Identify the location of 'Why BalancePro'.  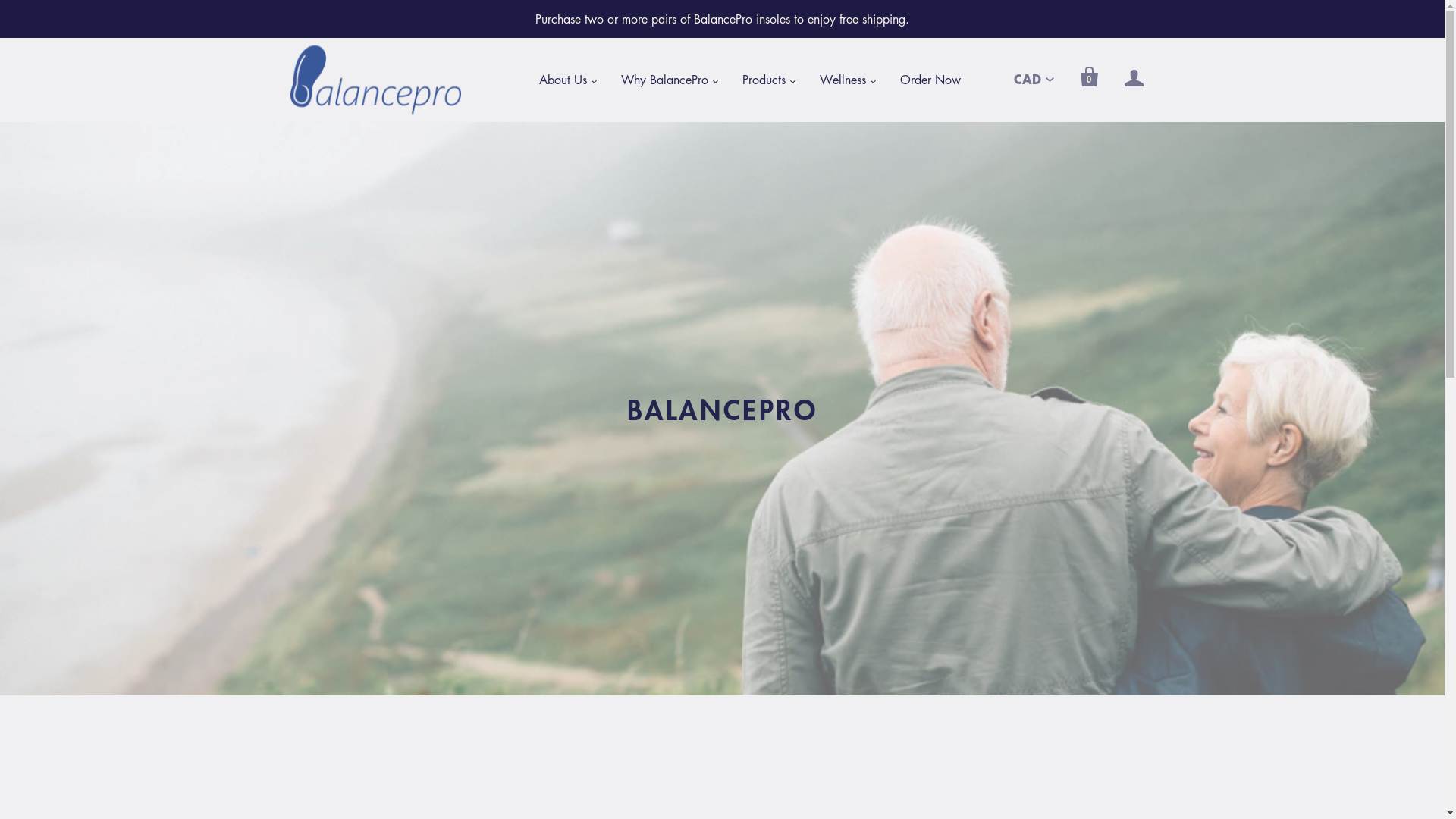
(664, 79).